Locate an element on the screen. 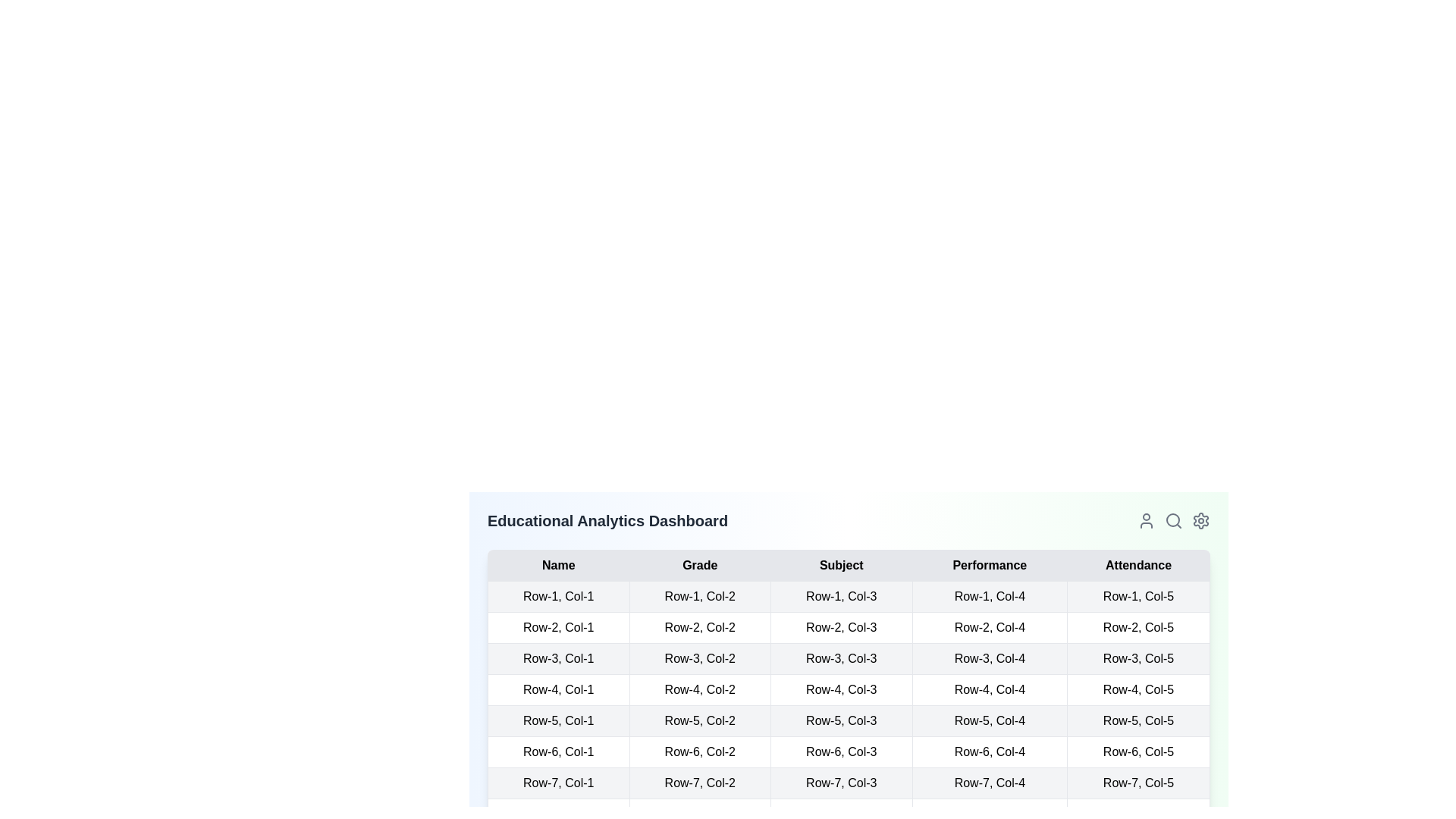 The width and height of the screenshot is (1456, 819). the column header Grade to sort the table by that column is located at coordinates (699, 565).